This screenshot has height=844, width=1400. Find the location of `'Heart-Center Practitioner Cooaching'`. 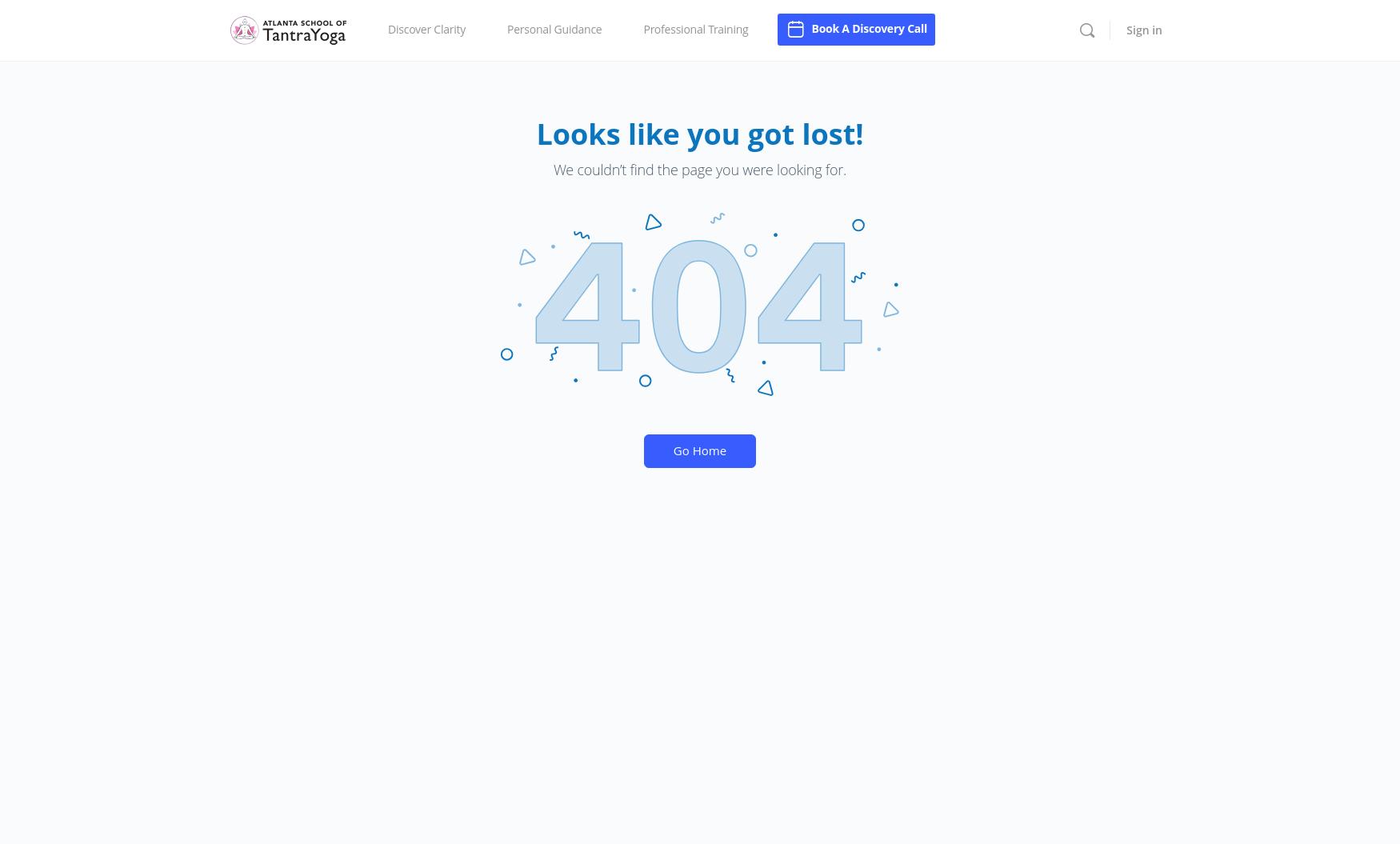

'Heart-Center Practitioner Cooaching' is located at coordinates (736, 95).